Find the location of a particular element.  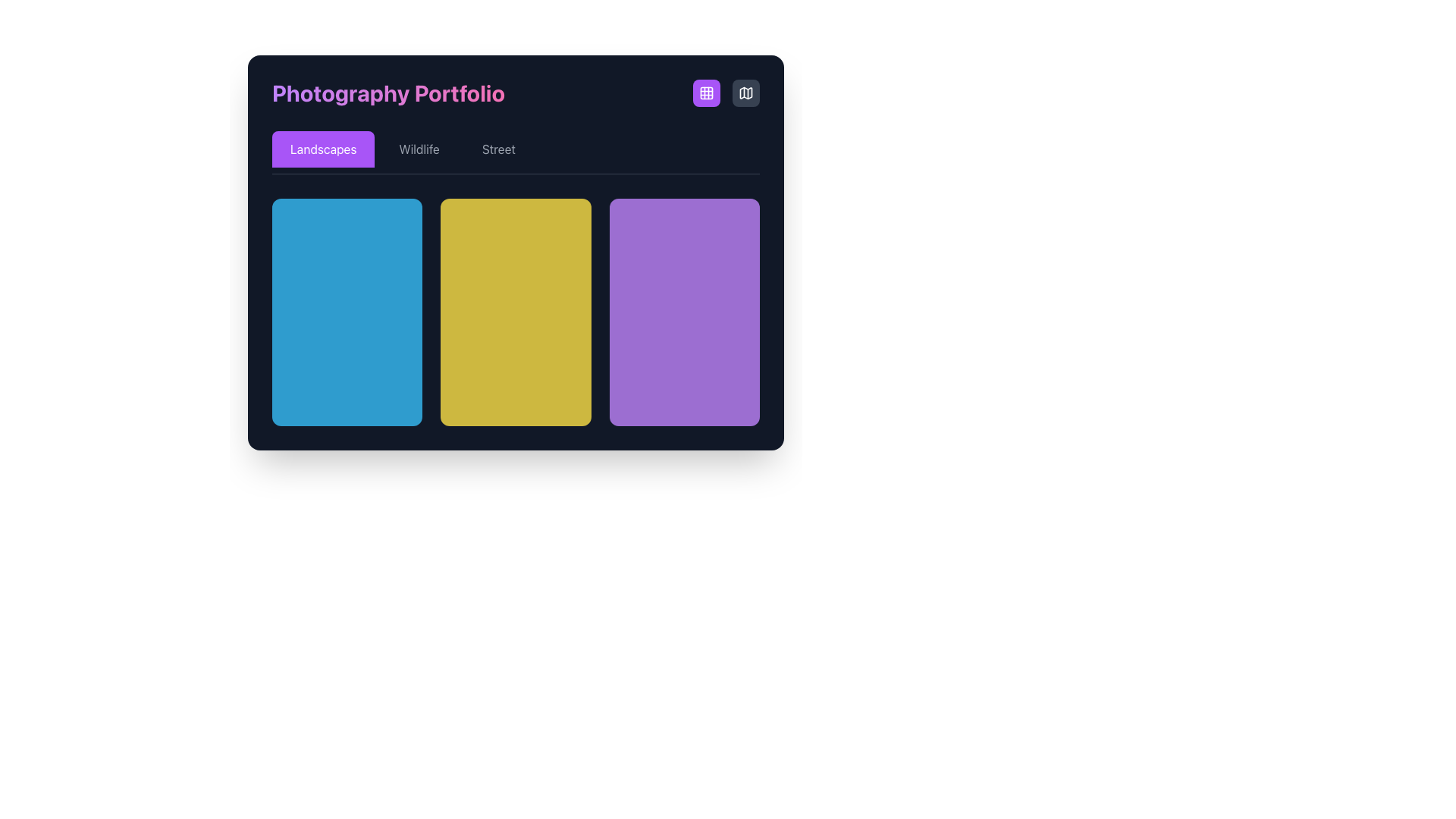

the purple button with rounded corners and a grid-like icon design at its center is located at coordinates (705, 93).